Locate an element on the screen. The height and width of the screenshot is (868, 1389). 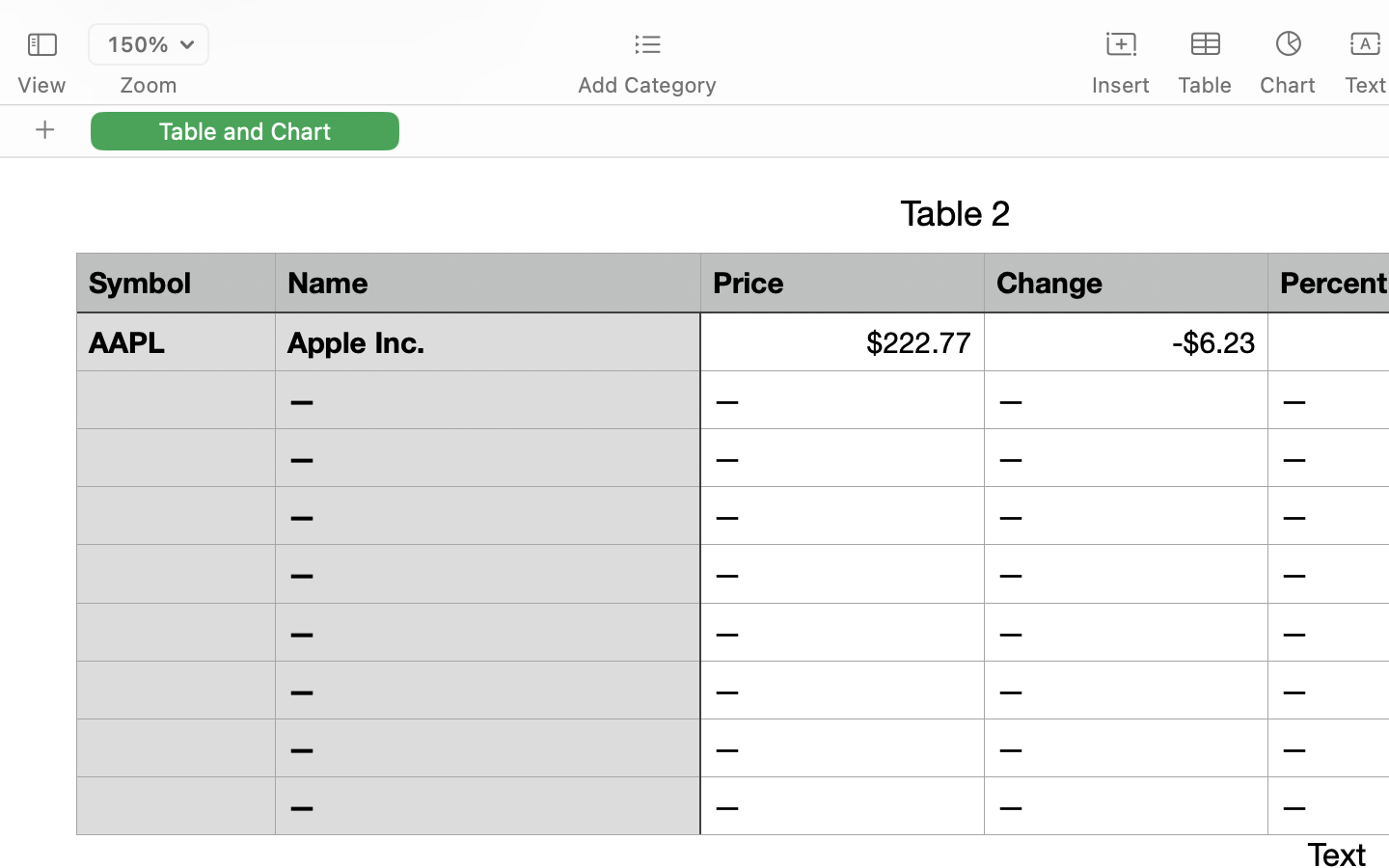
'Zoom' is located at coordinates (147, 84).